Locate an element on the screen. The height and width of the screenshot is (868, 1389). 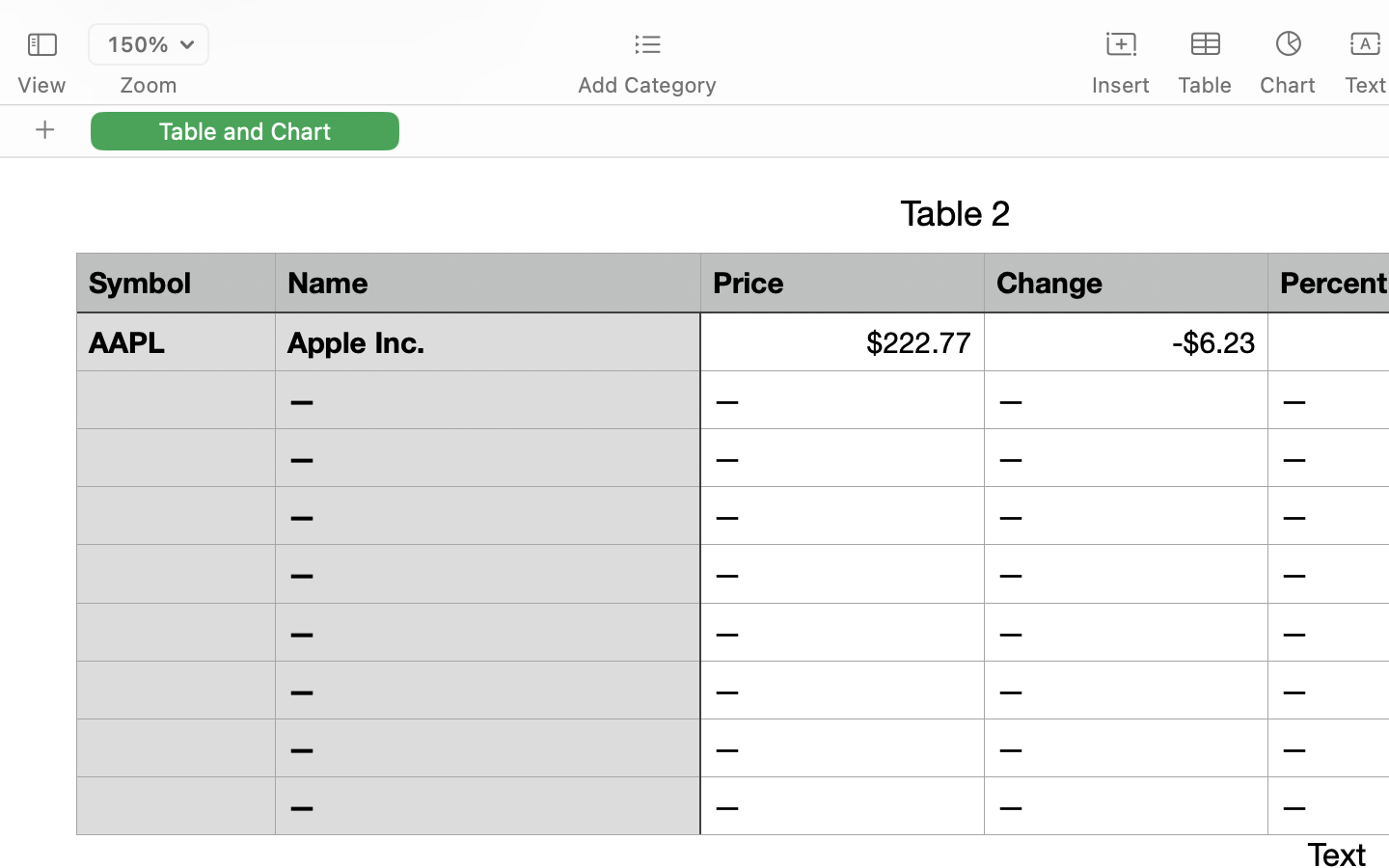
'Zoom' is located at coordinates (147, 84).